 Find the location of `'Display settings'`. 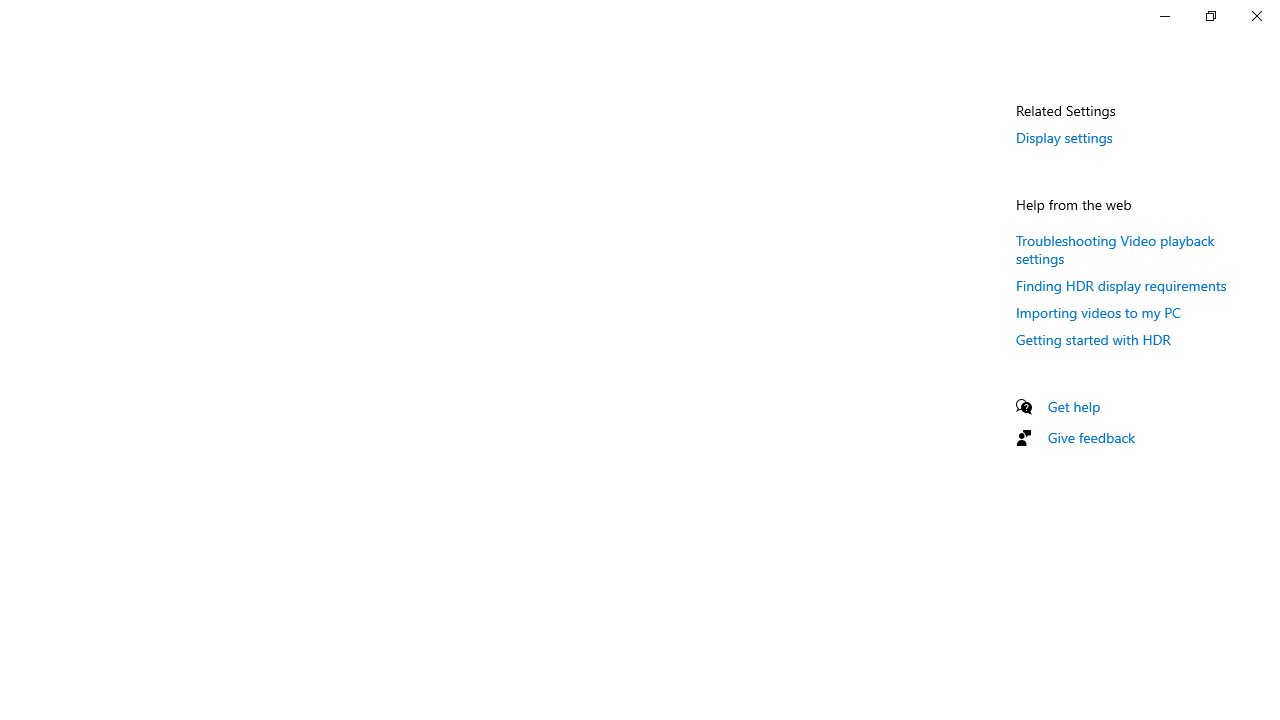

'Display settings' is located at coordinates (1063, 136).